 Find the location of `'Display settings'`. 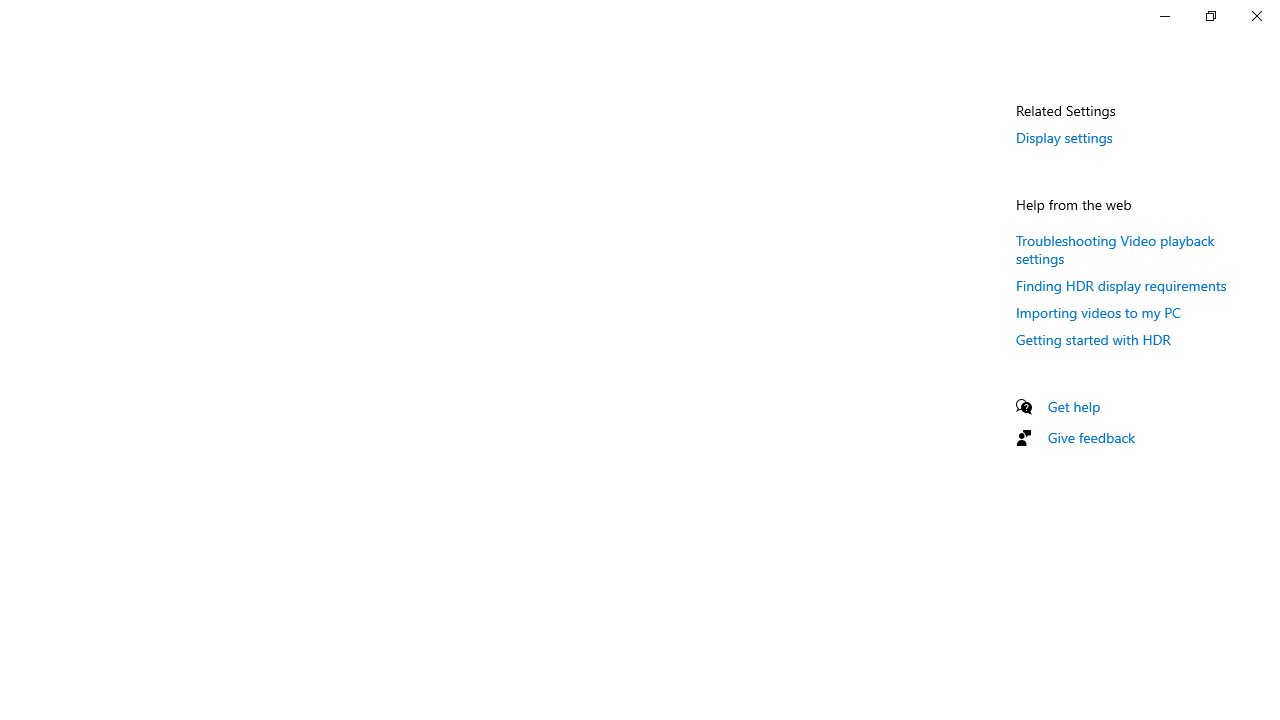

'Display settings' is located at coordinates (1063, 136).